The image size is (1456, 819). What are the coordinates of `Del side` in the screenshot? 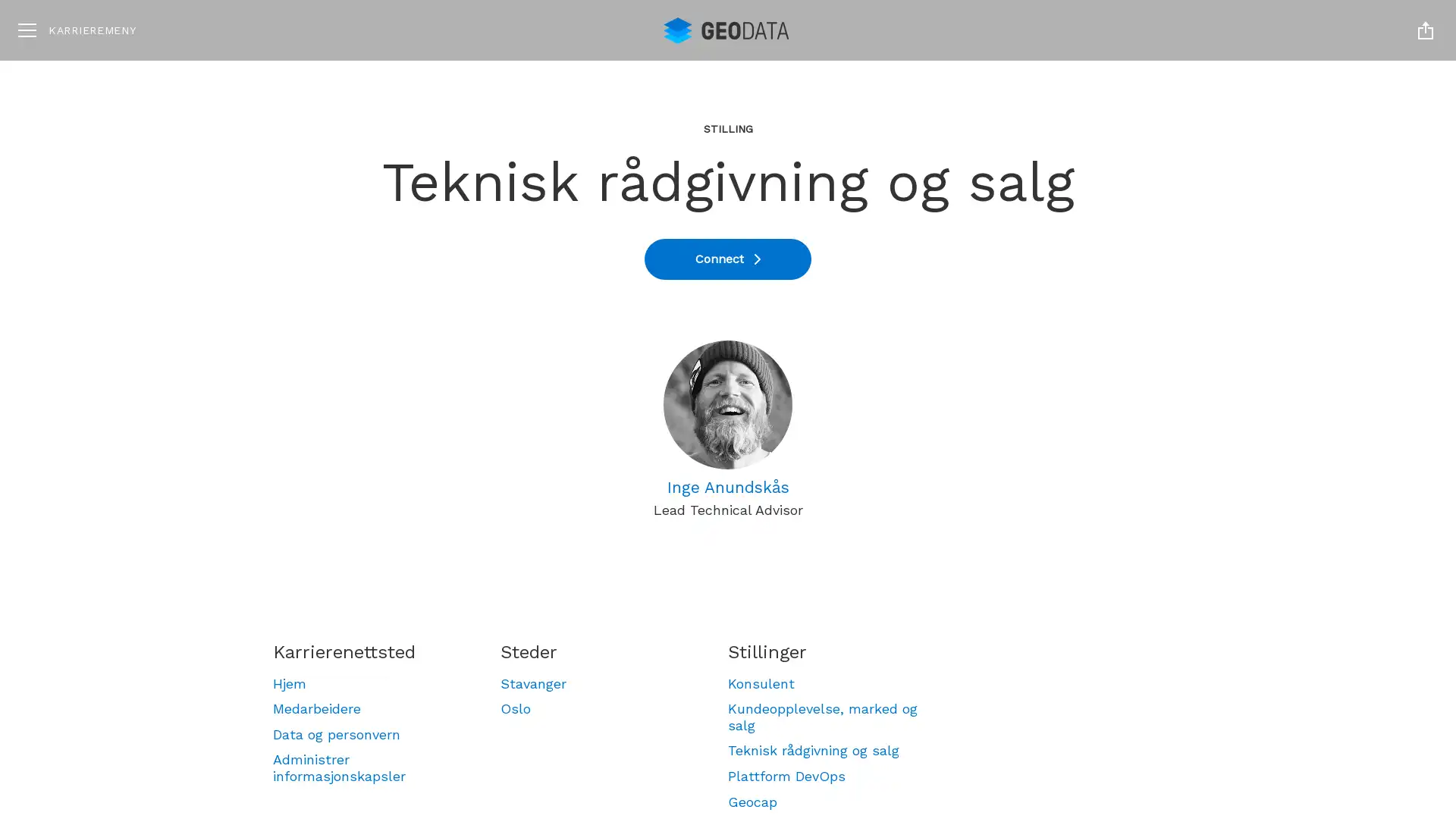 It's located at (1425, 30).